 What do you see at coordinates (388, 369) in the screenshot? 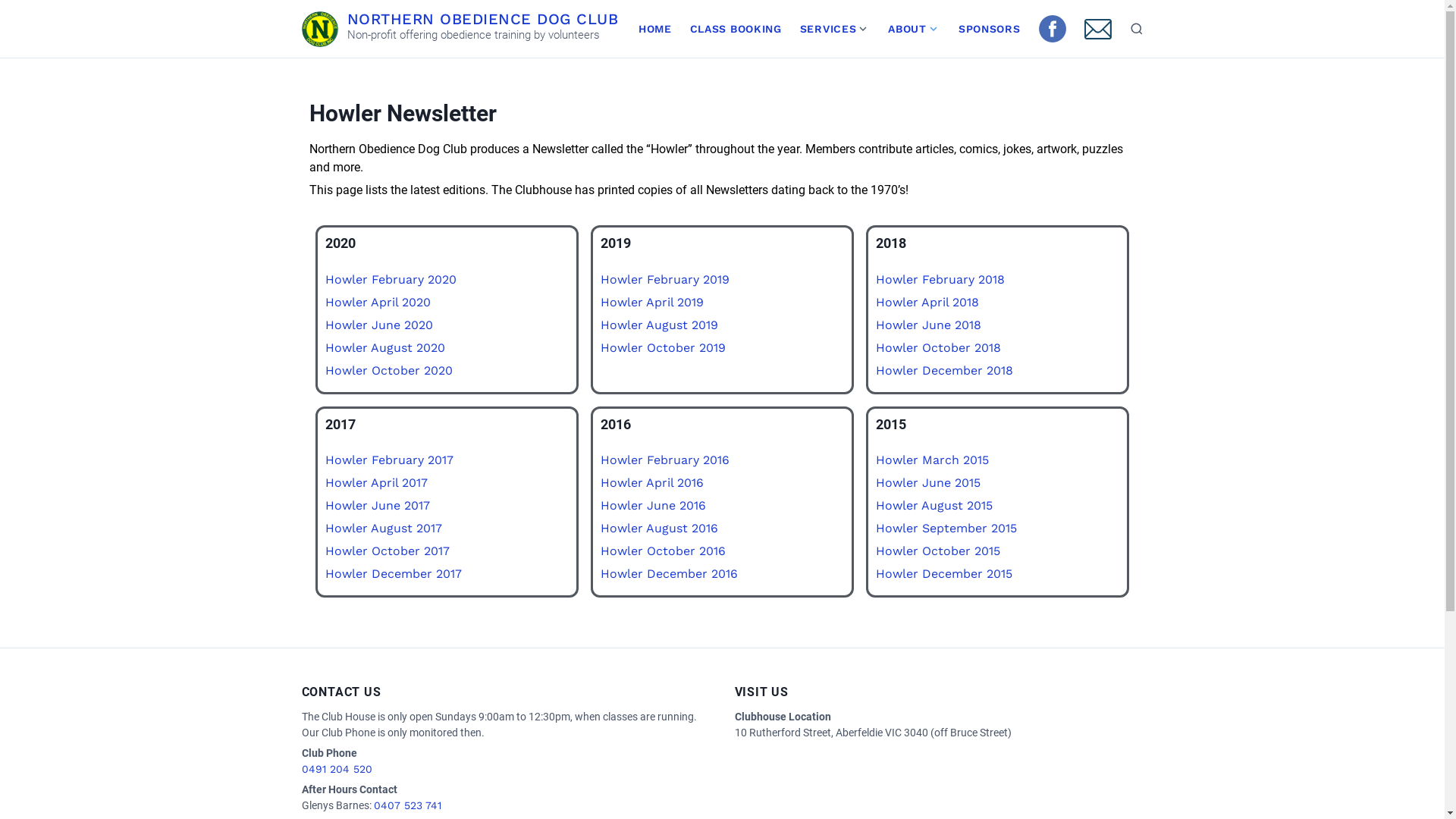
I see `'Howler October 2020'` at bounding box center [388, 369].